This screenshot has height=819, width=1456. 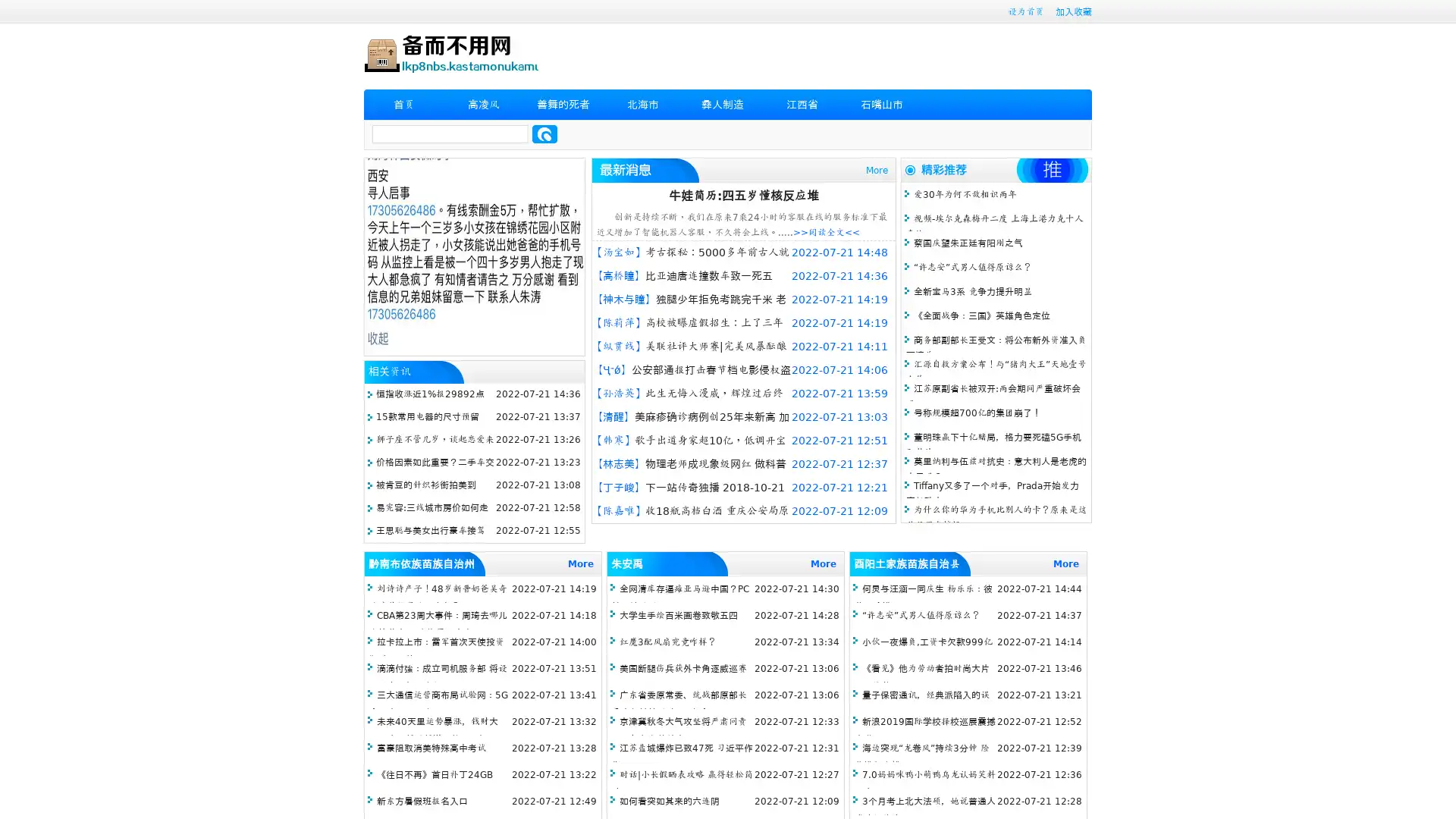 I want to click on Search, so click(x=544, y=133).